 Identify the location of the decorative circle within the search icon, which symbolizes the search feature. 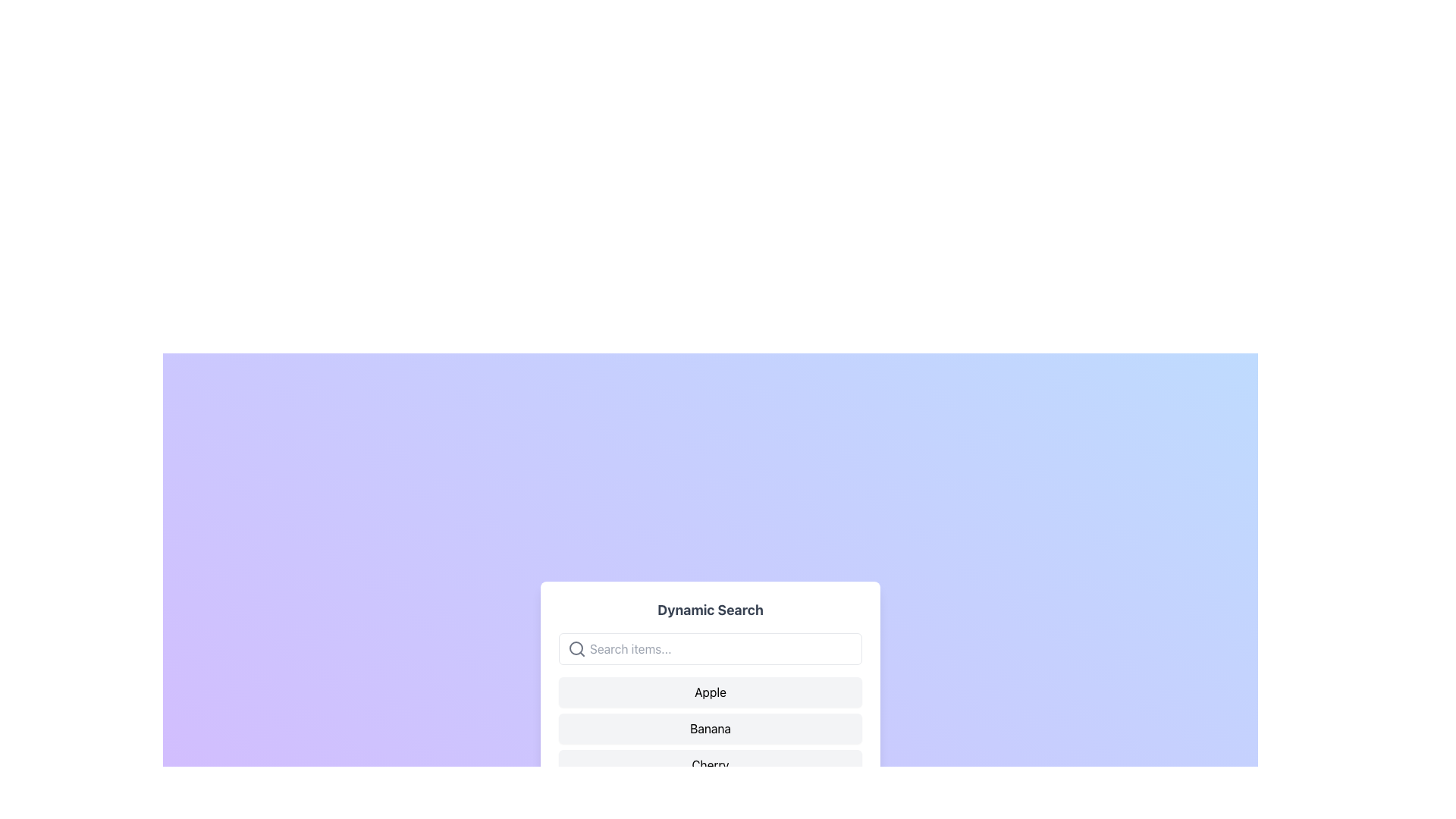
(575, 648).